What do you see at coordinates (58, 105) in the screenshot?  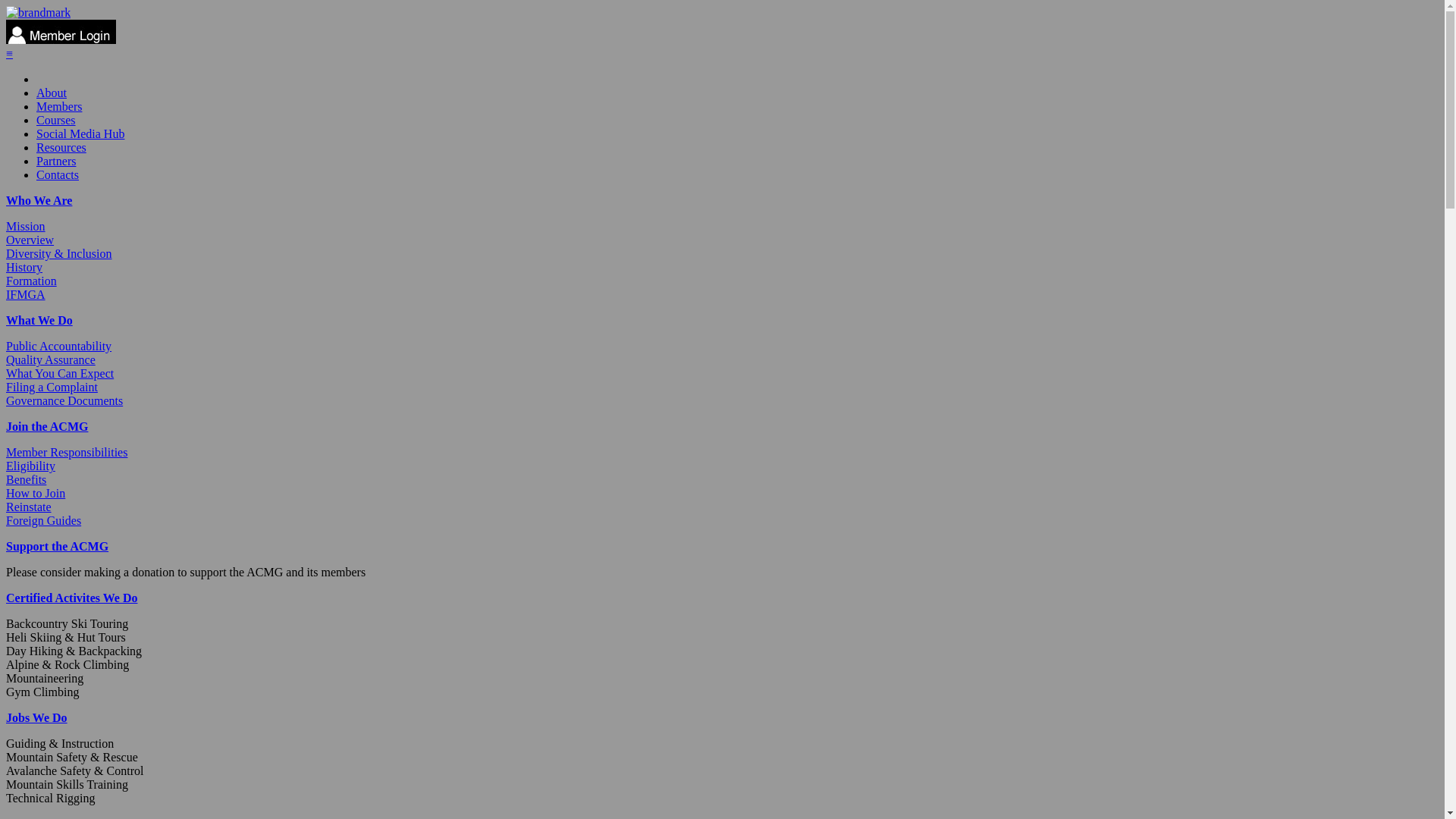 I see `'Members'` at bounding box center [58, 105].